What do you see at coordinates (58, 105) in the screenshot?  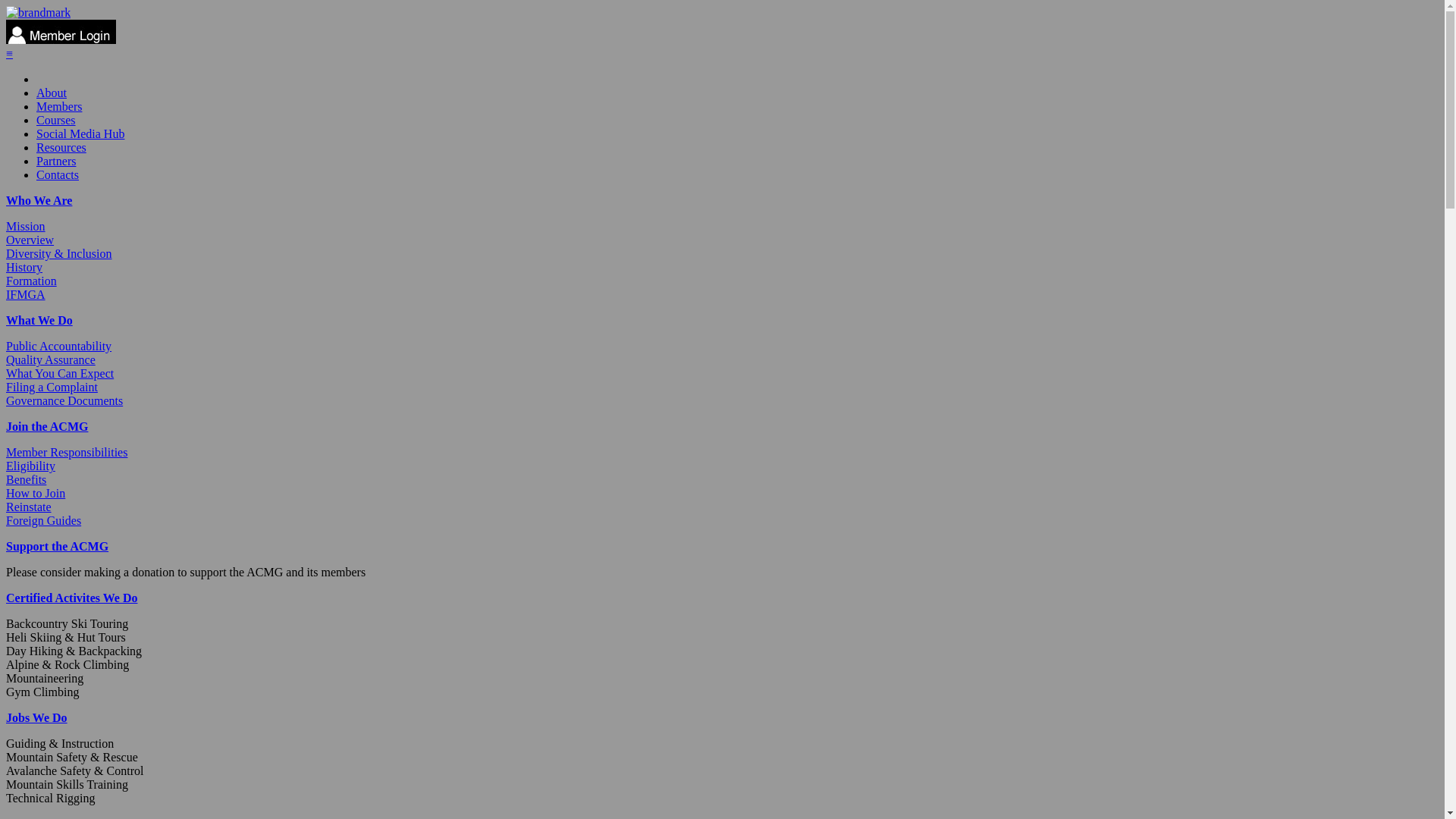 I see `'Members'` at bounding box center [58, 105].